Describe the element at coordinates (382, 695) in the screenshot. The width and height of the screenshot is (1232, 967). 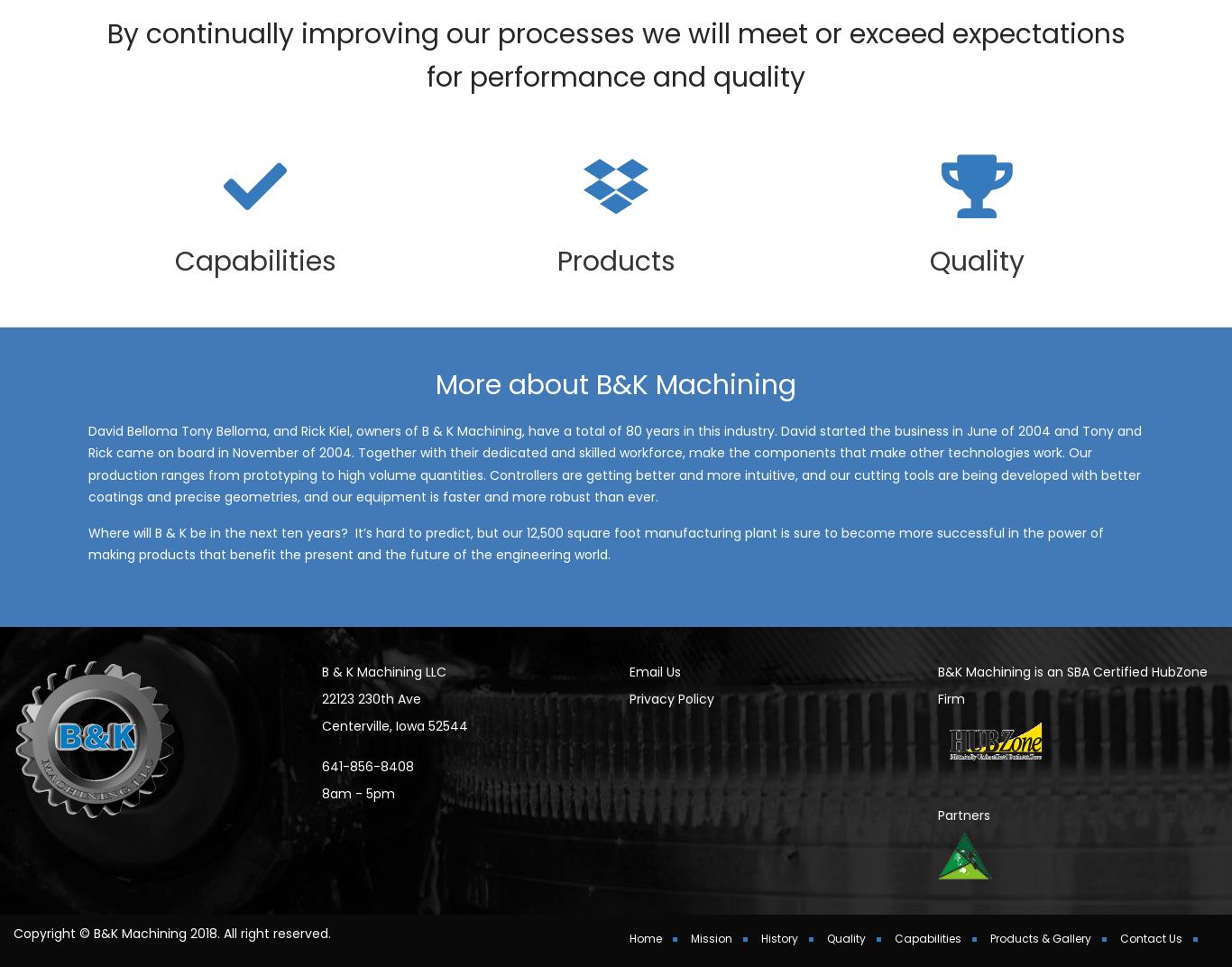
I see `'B & K Machining LLC'` at that location.